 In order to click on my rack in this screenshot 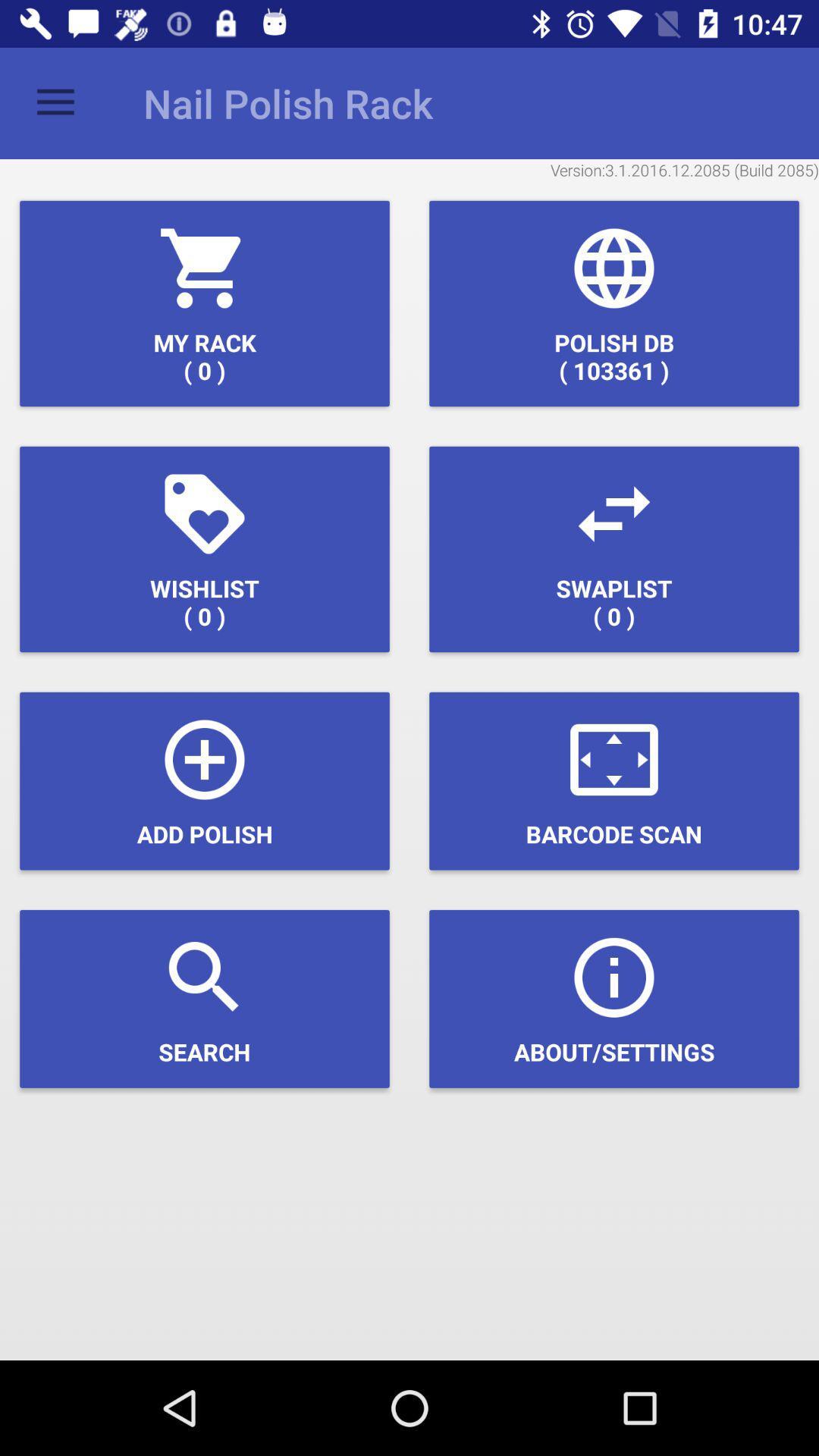, I will do `click(205, 303)`.